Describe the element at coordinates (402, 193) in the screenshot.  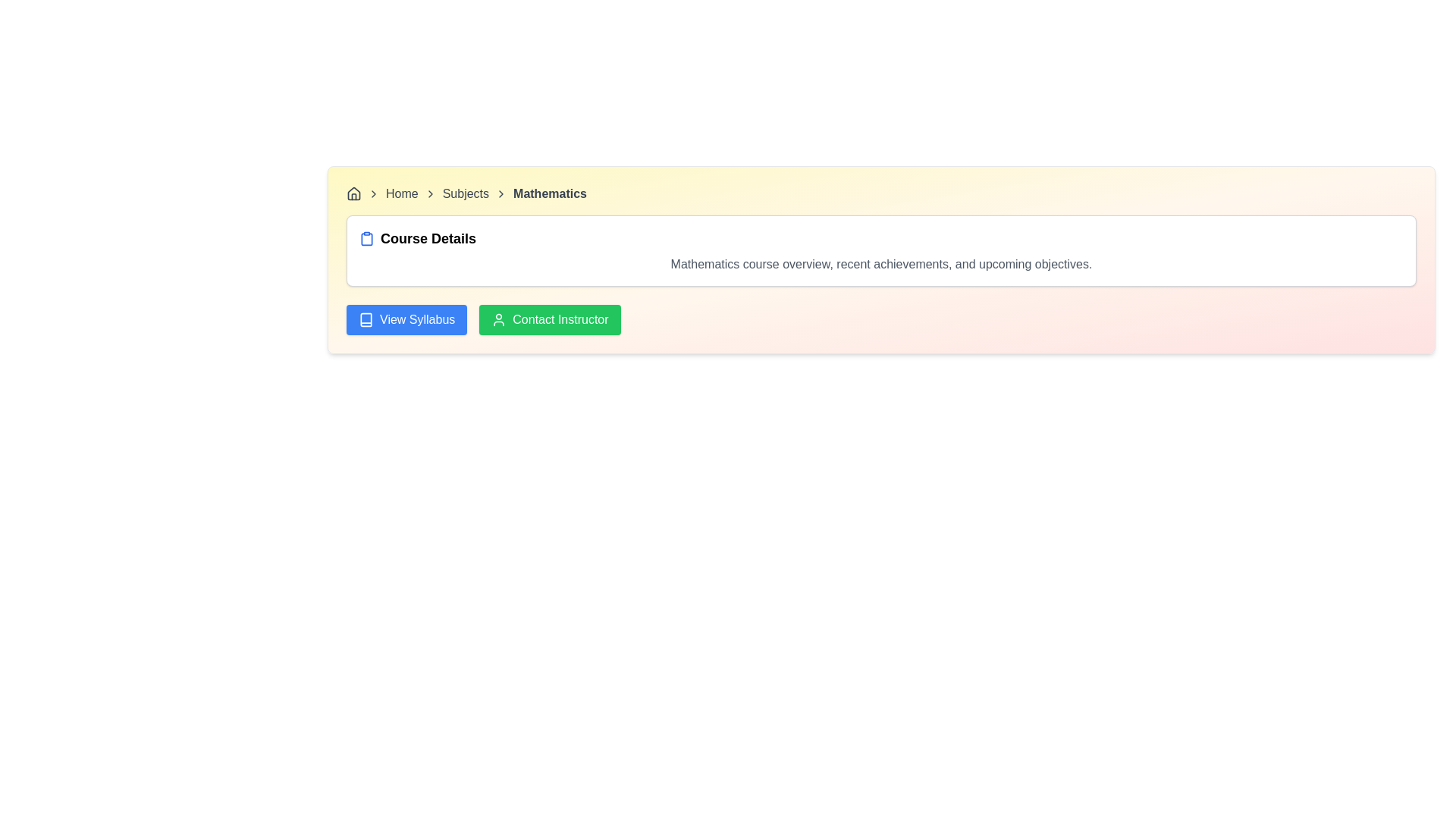
I see `the 'Home' breadcrumb navigation link text element to trigger the underline effect` at that location.